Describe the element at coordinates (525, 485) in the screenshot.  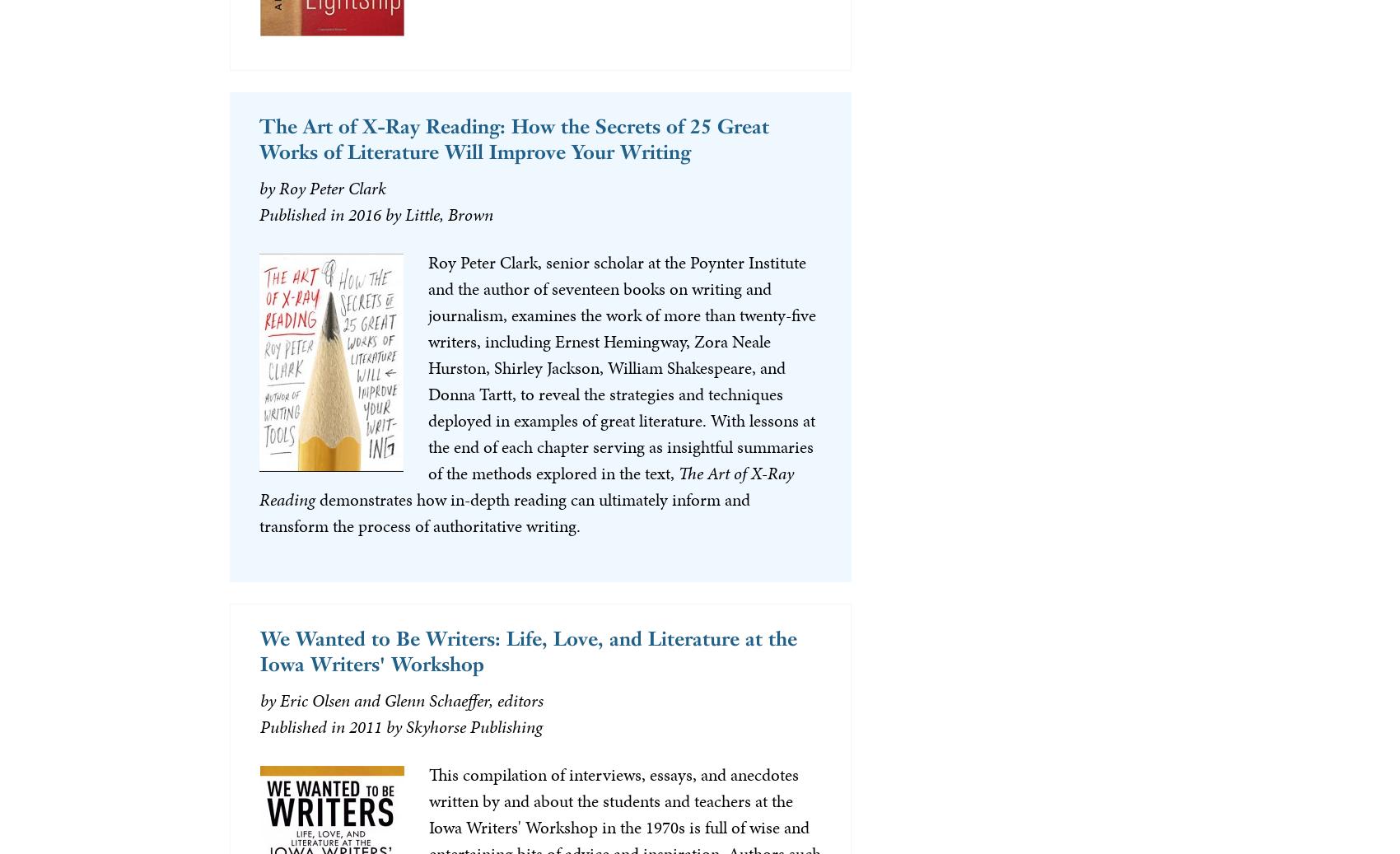
I see `'The Art of X-Ray Reading'` at that location.